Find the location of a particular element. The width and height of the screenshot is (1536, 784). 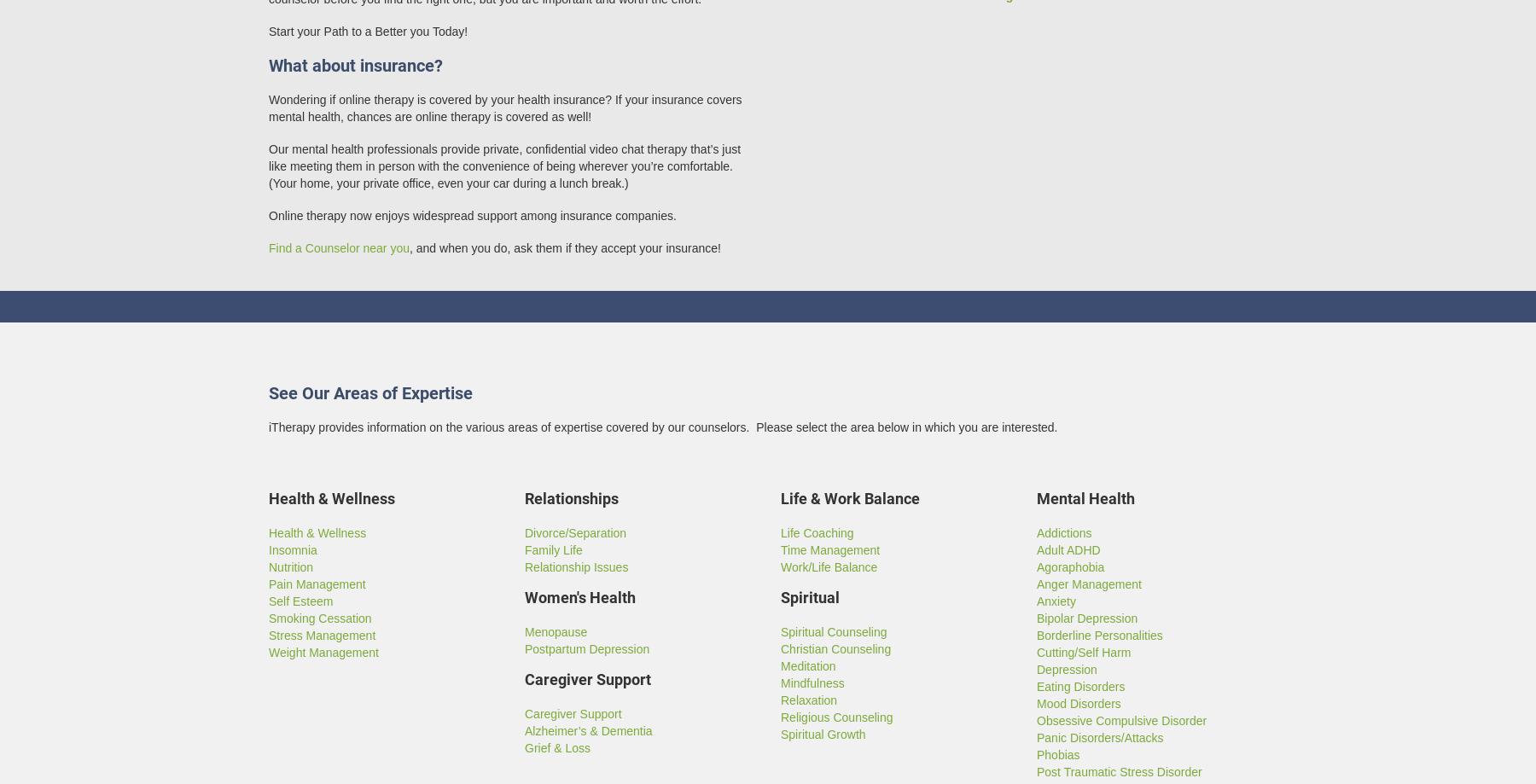

'Spiritual Growth' is located at coordinates (822, 734).